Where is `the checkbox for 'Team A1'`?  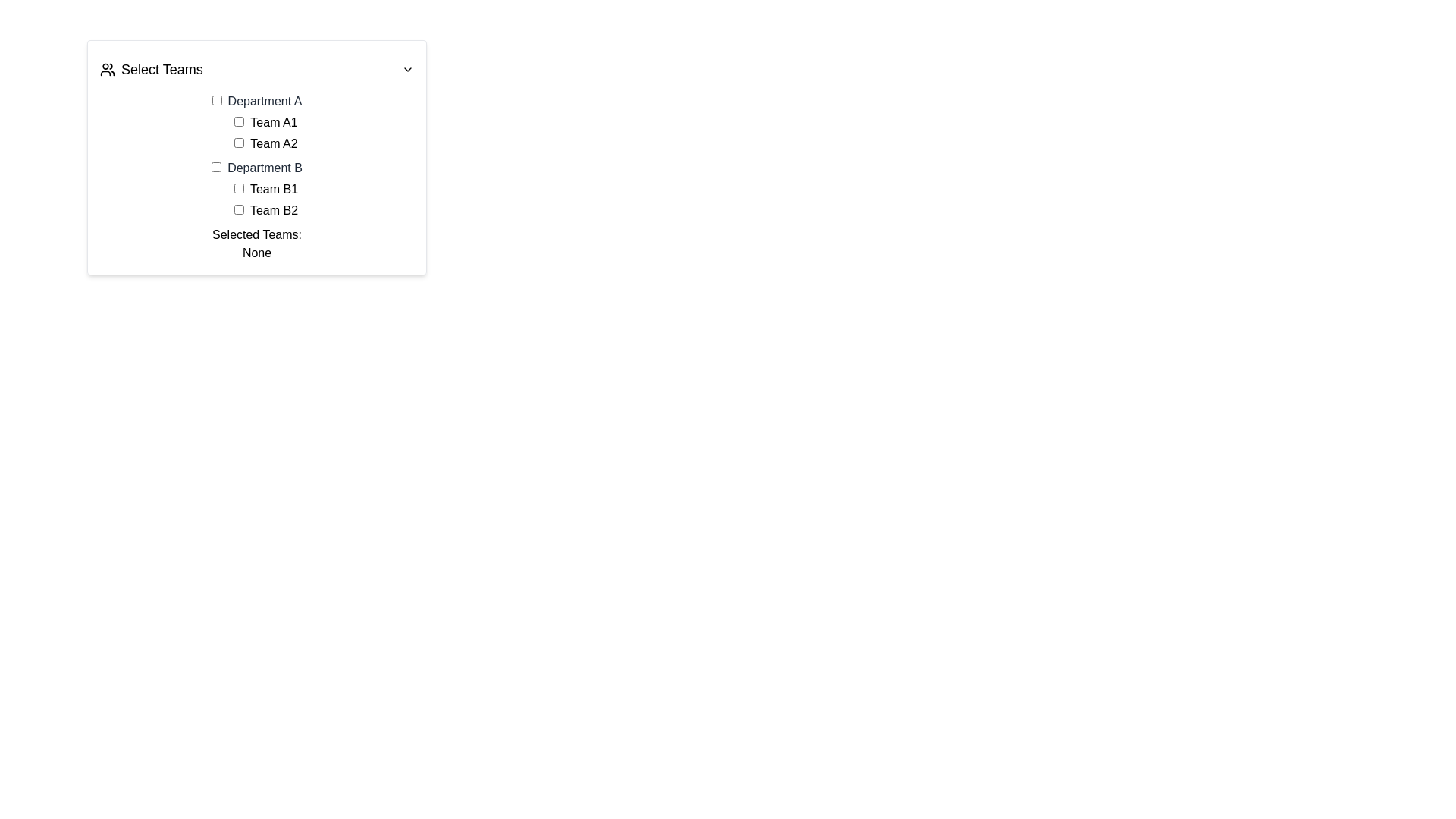 the checkbox for 'Team A1' is located at coordinates (238, 121).